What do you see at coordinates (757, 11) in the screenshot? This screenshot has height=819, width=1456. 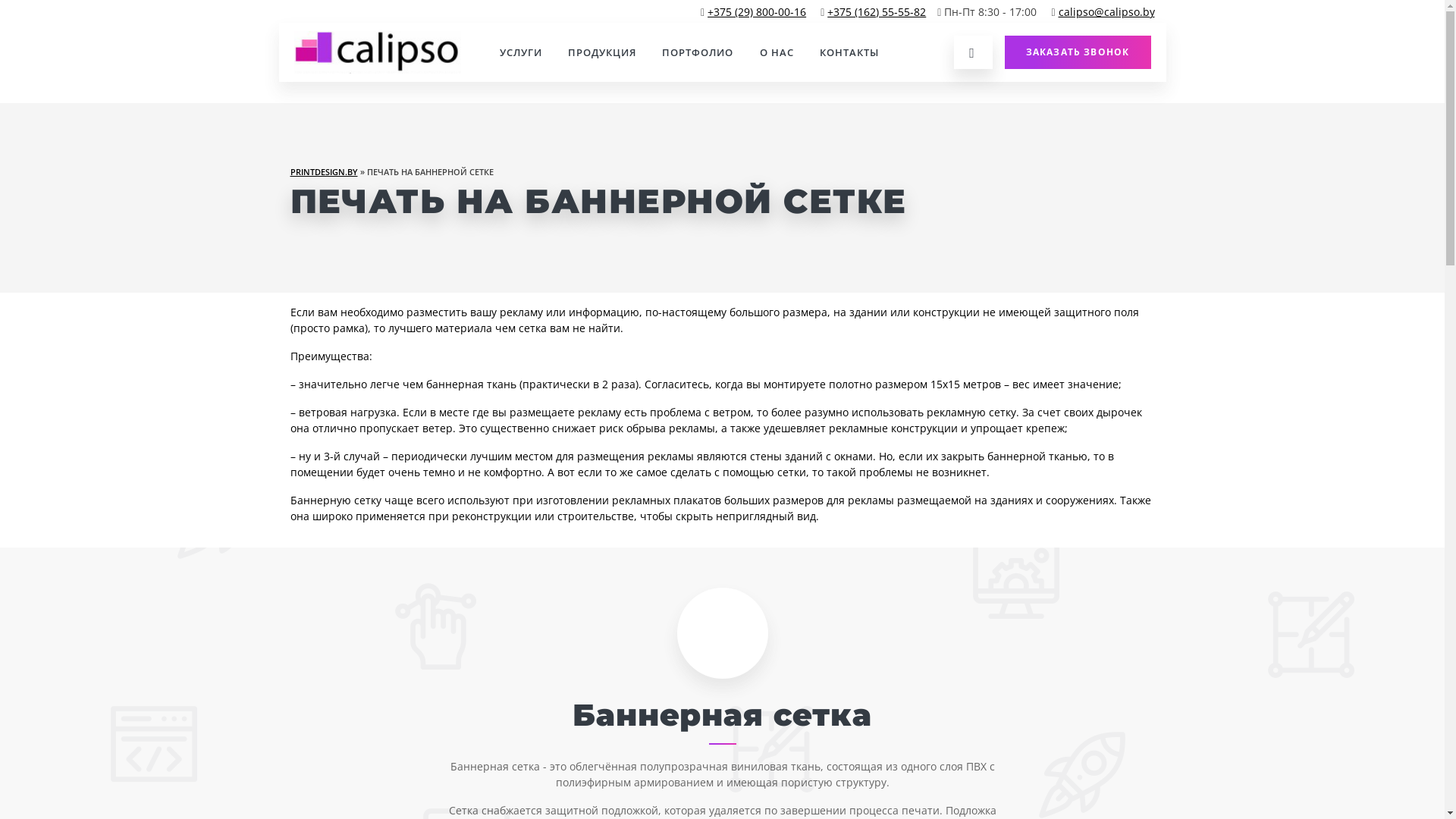 I see `'+375 (29) 800-00-16'` at bounding box center [757, 11].